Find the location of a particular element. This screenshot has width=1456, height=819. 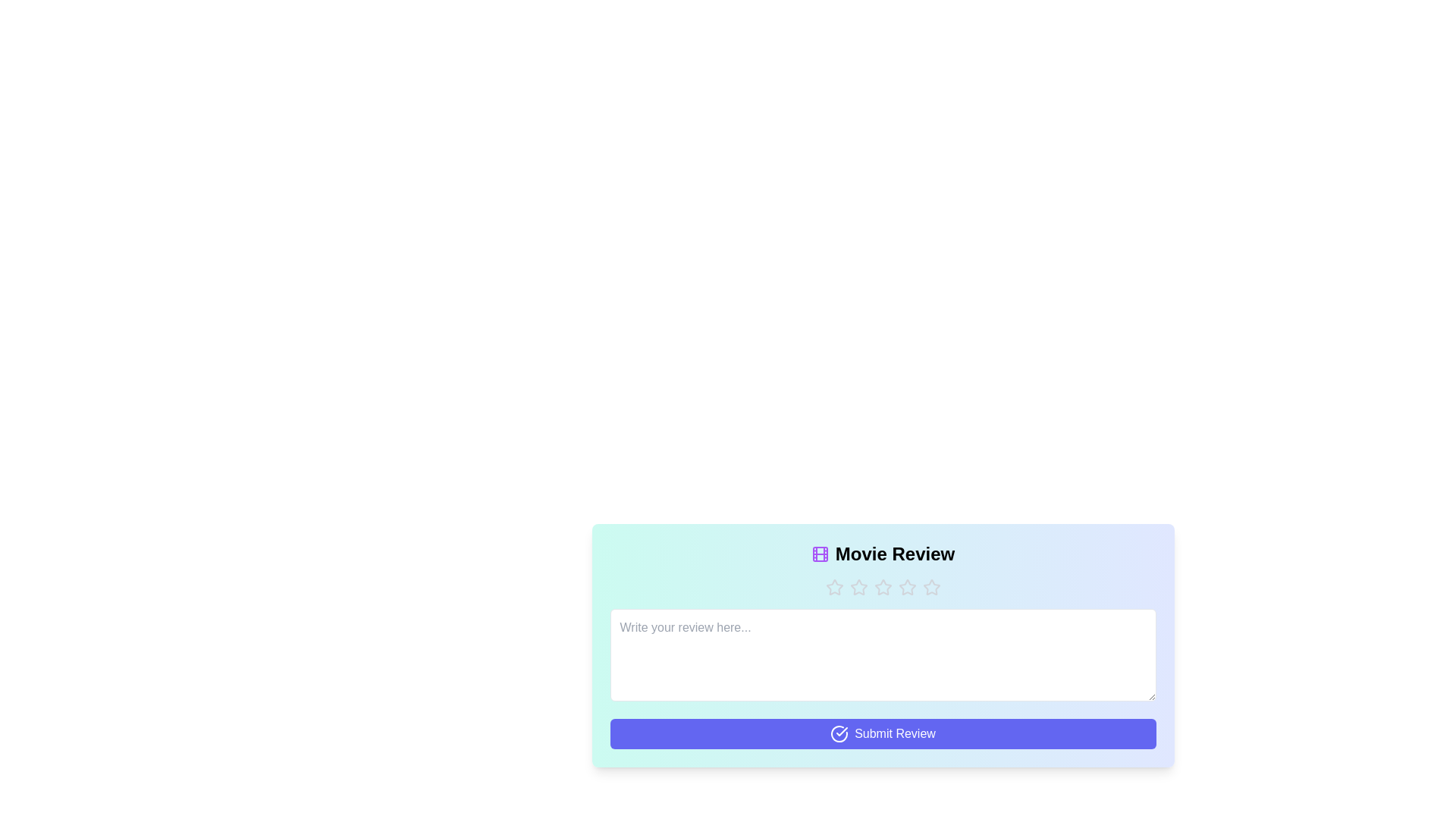

the star corresponding to the desired rating 2 is located at coordinates (858, 587).